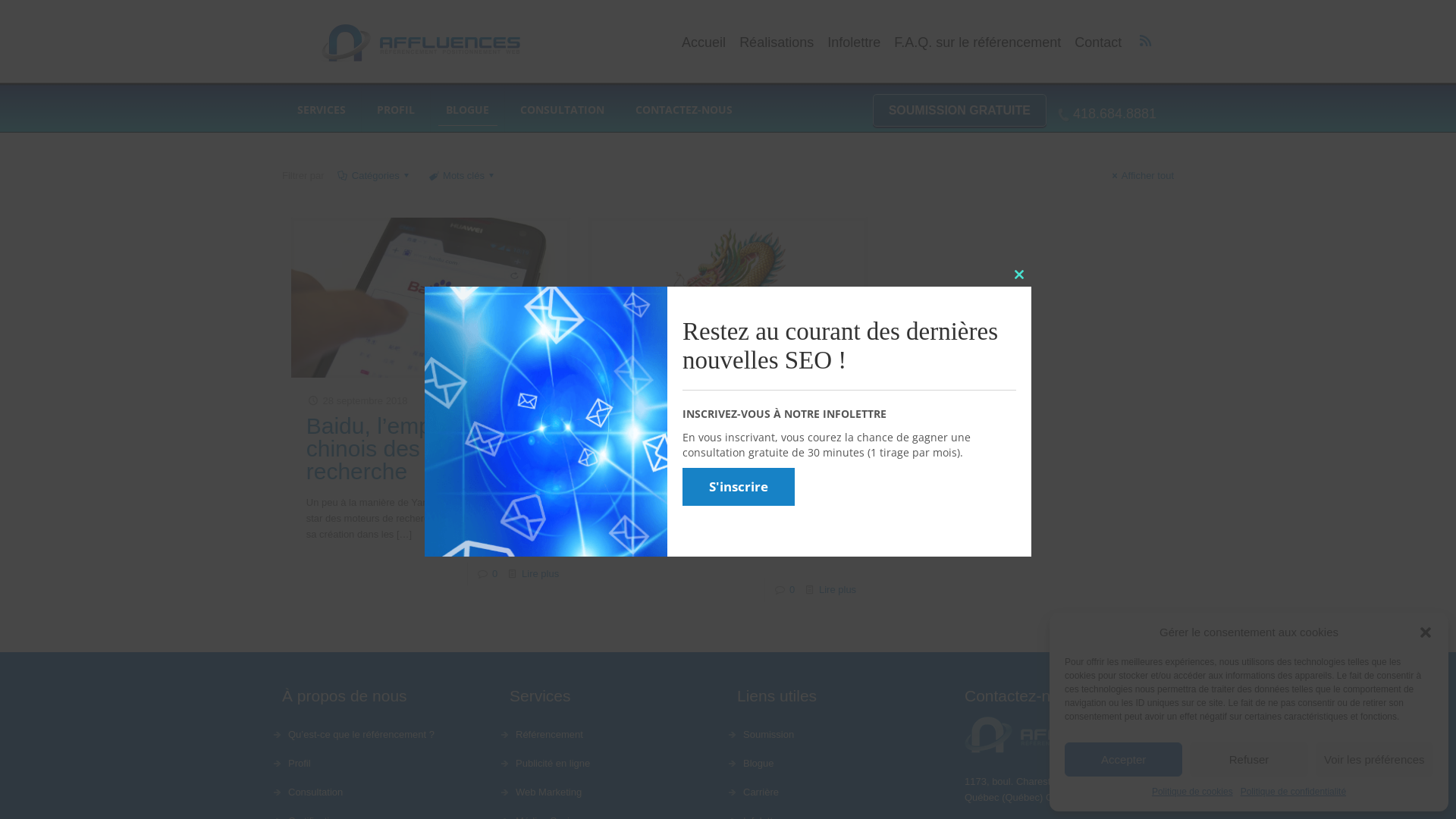 The image size is (1456, 819). Describe the element at coordinates (286, 792) in the screenshot. I see `'Consultation'` at that location.